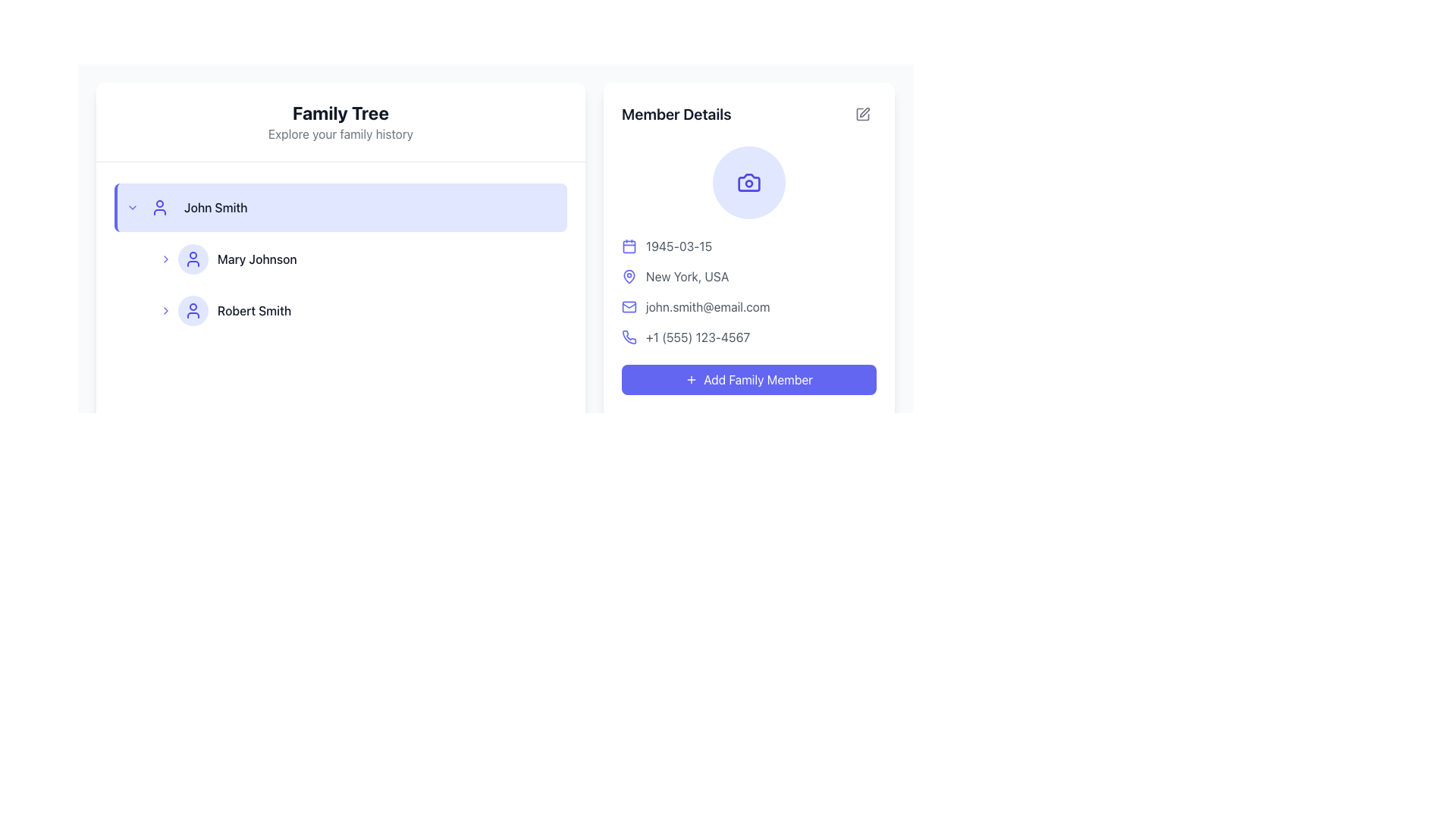 The width and height of the screenshot is (1456, 819). I want to click on the circular avatar profile icon with a light indigo background and user silhouette located in the left-side panel titled 'Family Tree' next to 'John Smith', so click(160, 207).